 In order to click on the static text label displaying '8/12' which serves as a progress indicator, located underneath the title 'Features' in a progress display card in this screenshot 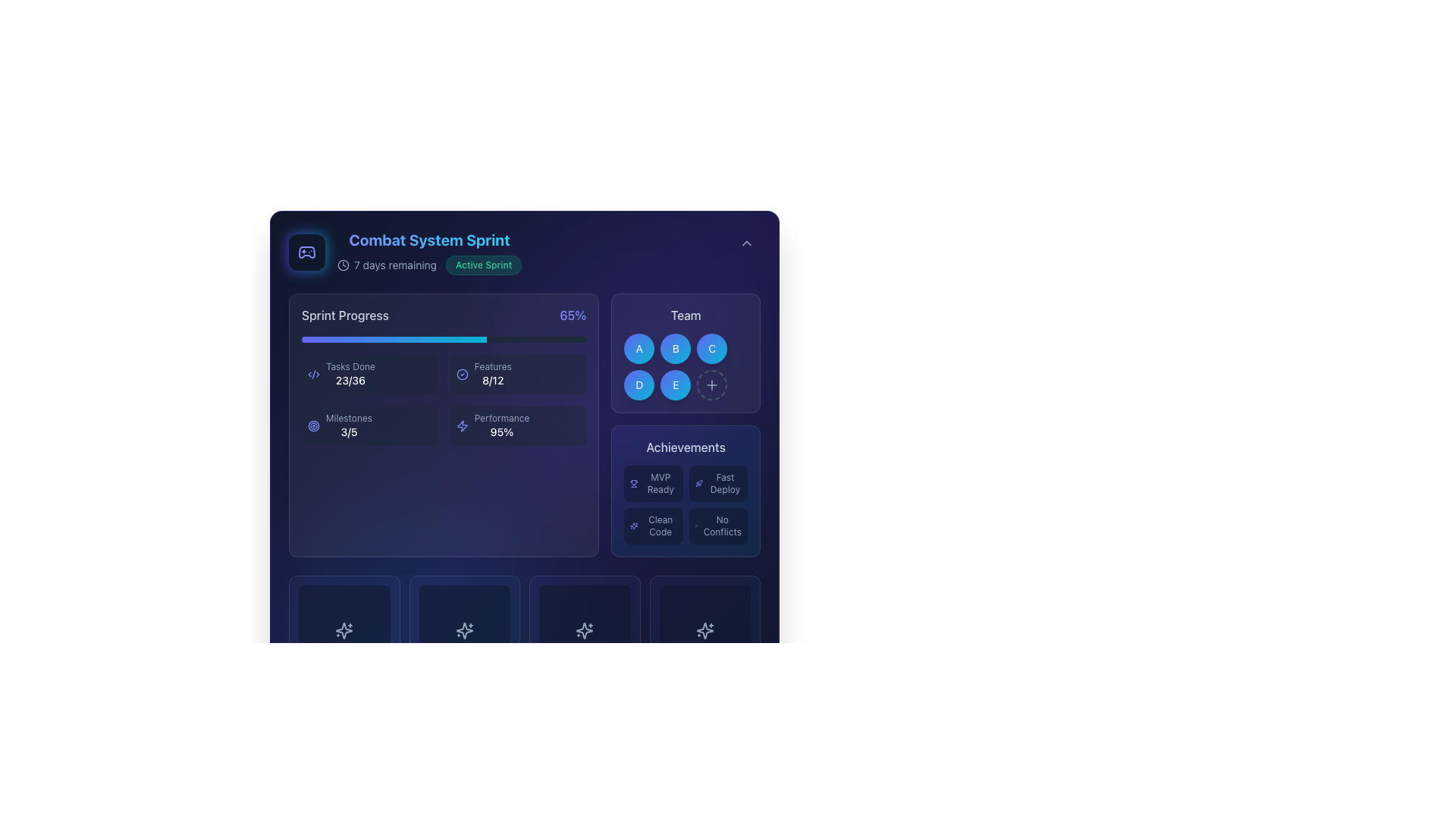, I will do `click(493, 379)`.